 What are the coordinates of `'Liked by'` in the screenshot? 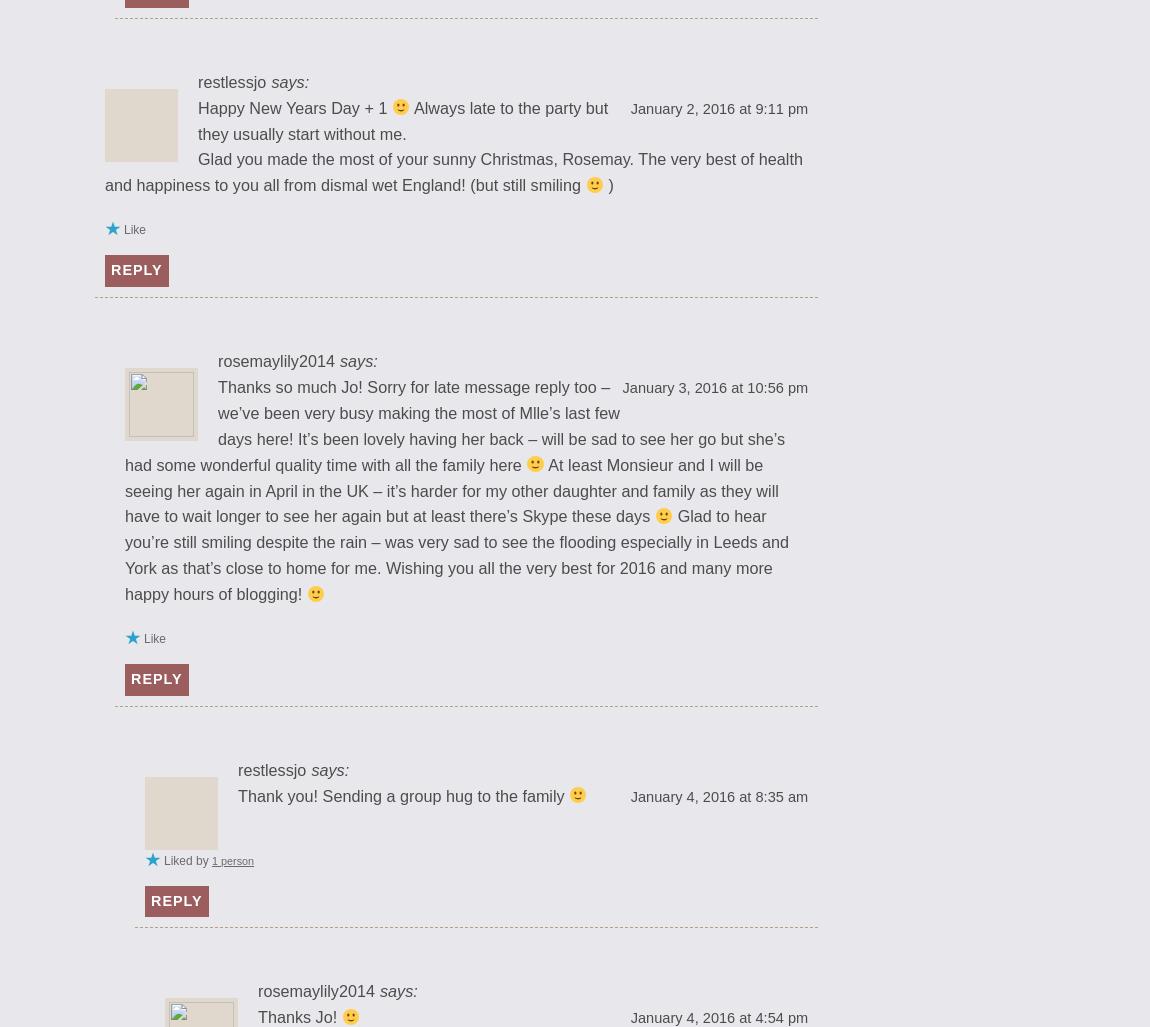 It's located at (187, 859).